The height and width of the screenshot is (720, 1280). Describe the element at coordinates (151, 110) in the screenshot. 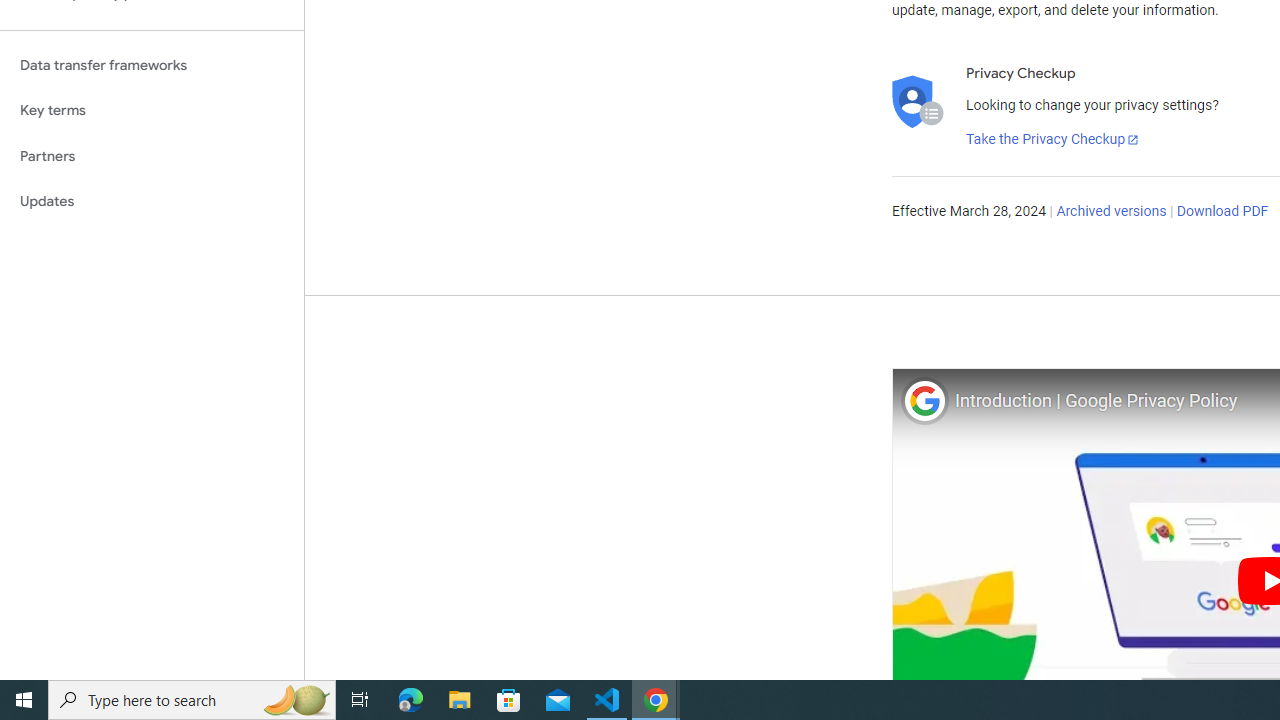

I see `'Key terms'` at that location.